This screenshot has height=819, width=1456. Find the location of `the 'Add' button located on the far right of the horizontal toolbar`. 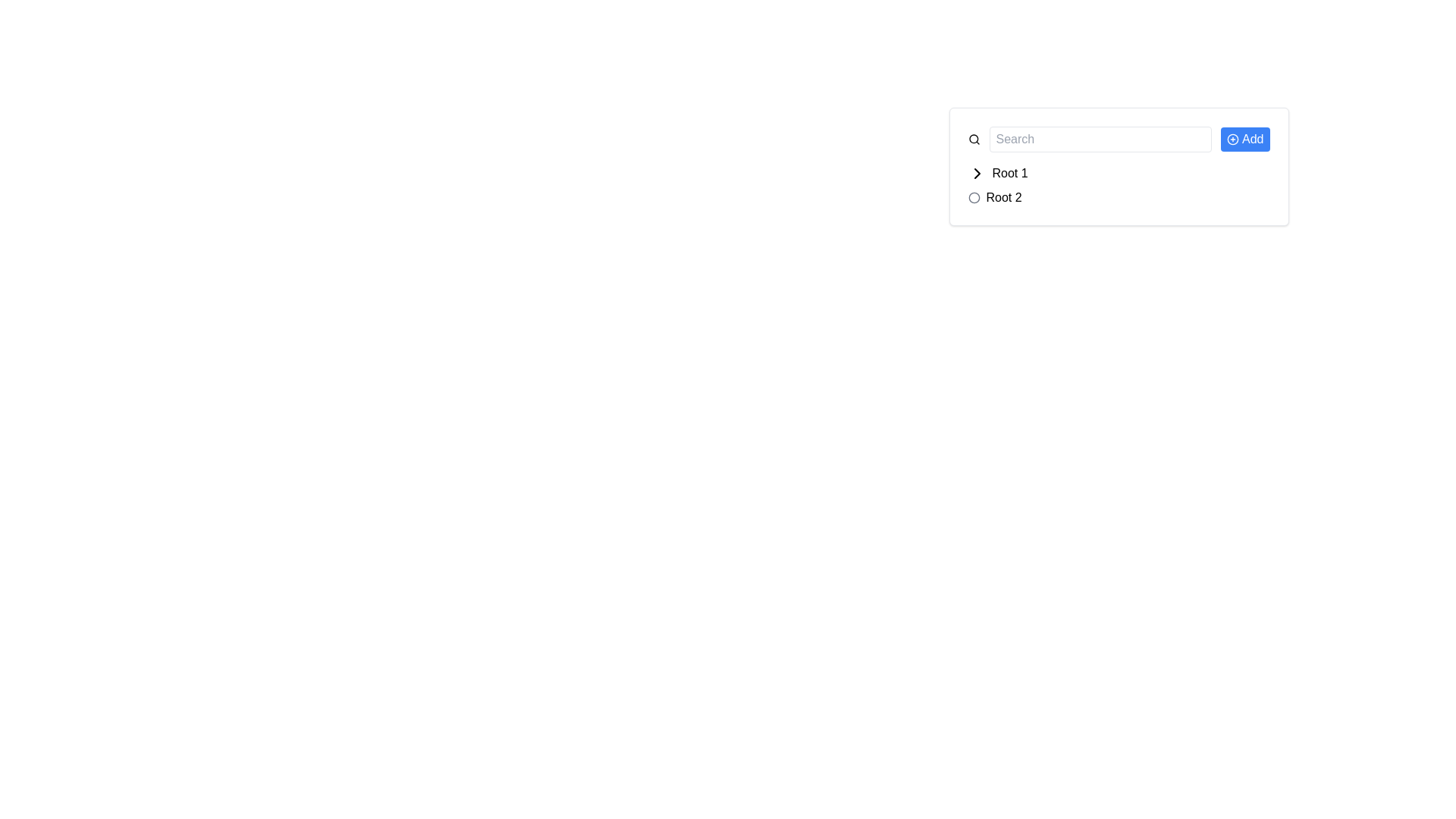

the 'Add' button located on the far right of the horizontal toolbar is located at coordinates (1245, 140).